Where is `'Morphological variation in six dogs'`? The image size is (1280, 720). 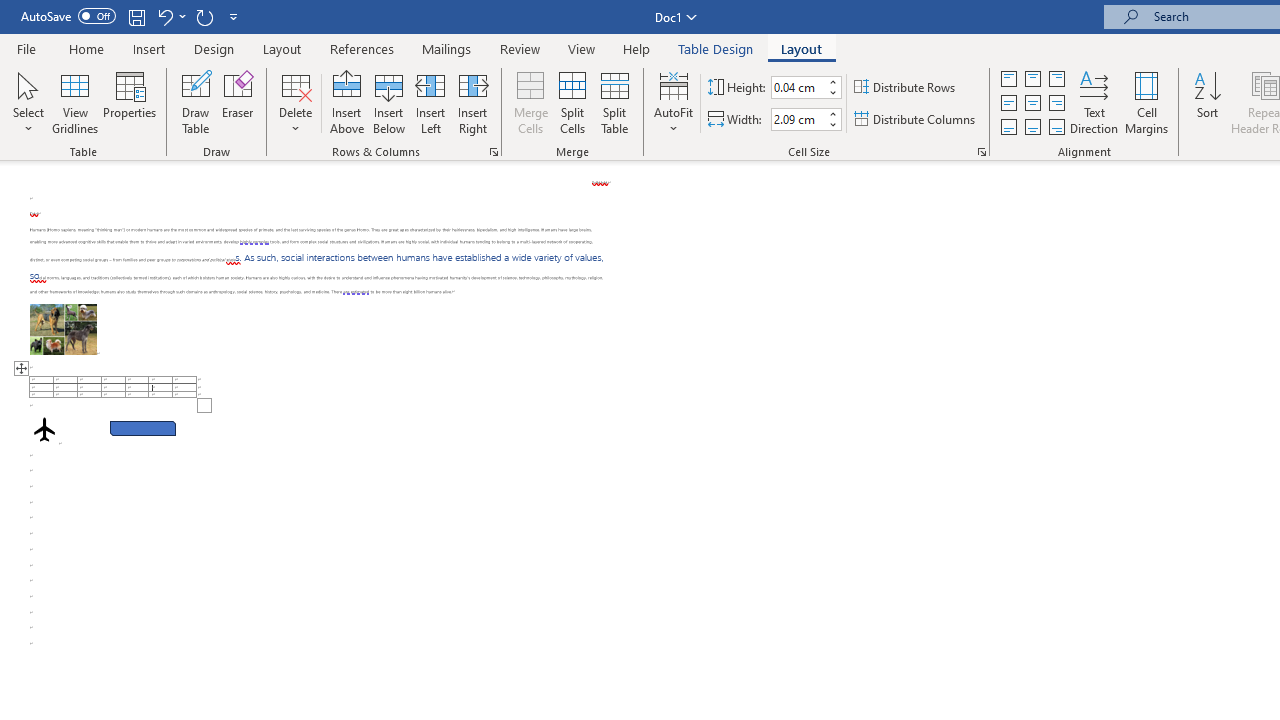
'Morphological variation in six dogs' is located at coordinates (63, 328).